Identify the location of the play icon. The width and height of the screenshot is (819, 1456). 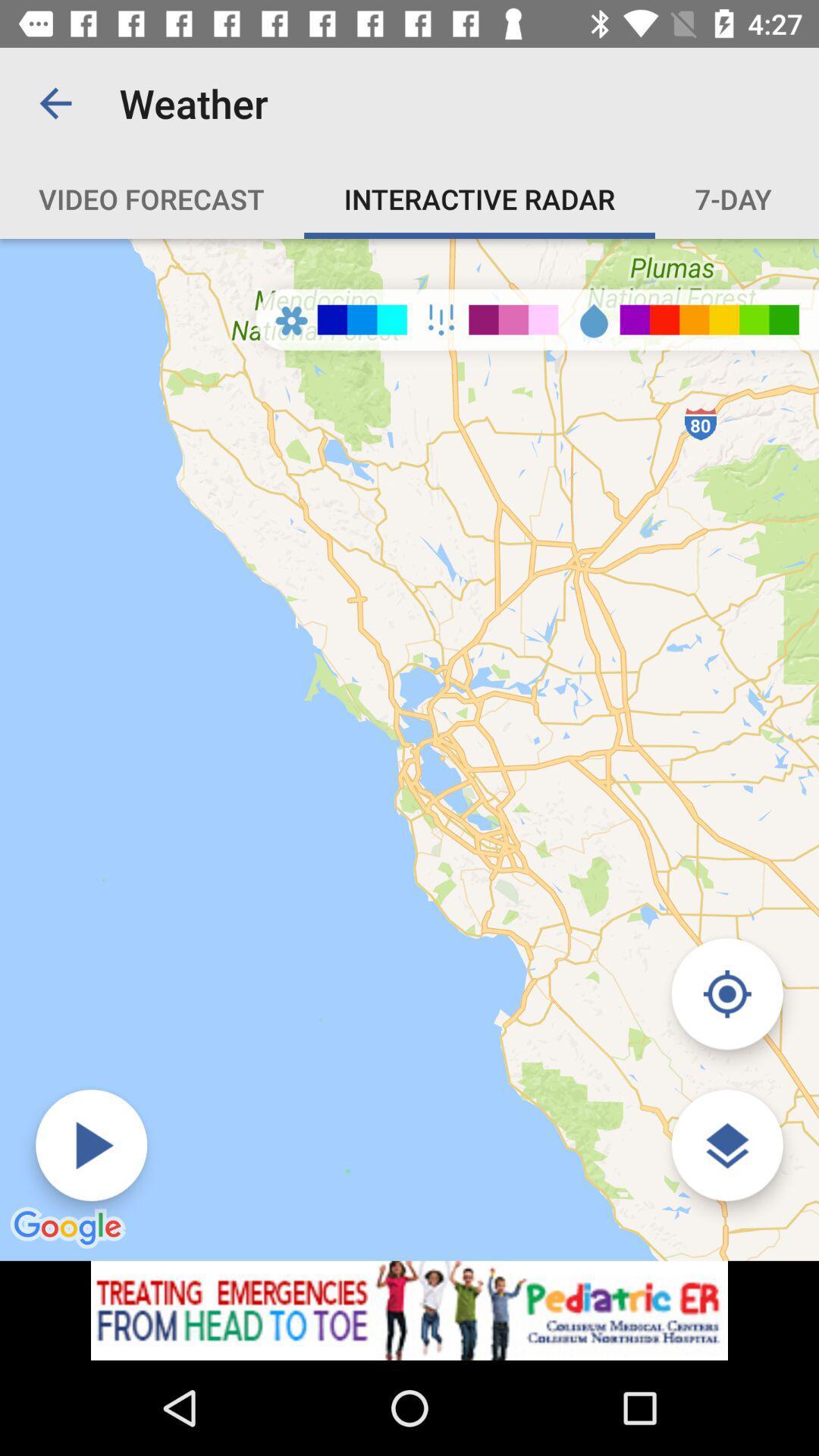
(91, 1145).